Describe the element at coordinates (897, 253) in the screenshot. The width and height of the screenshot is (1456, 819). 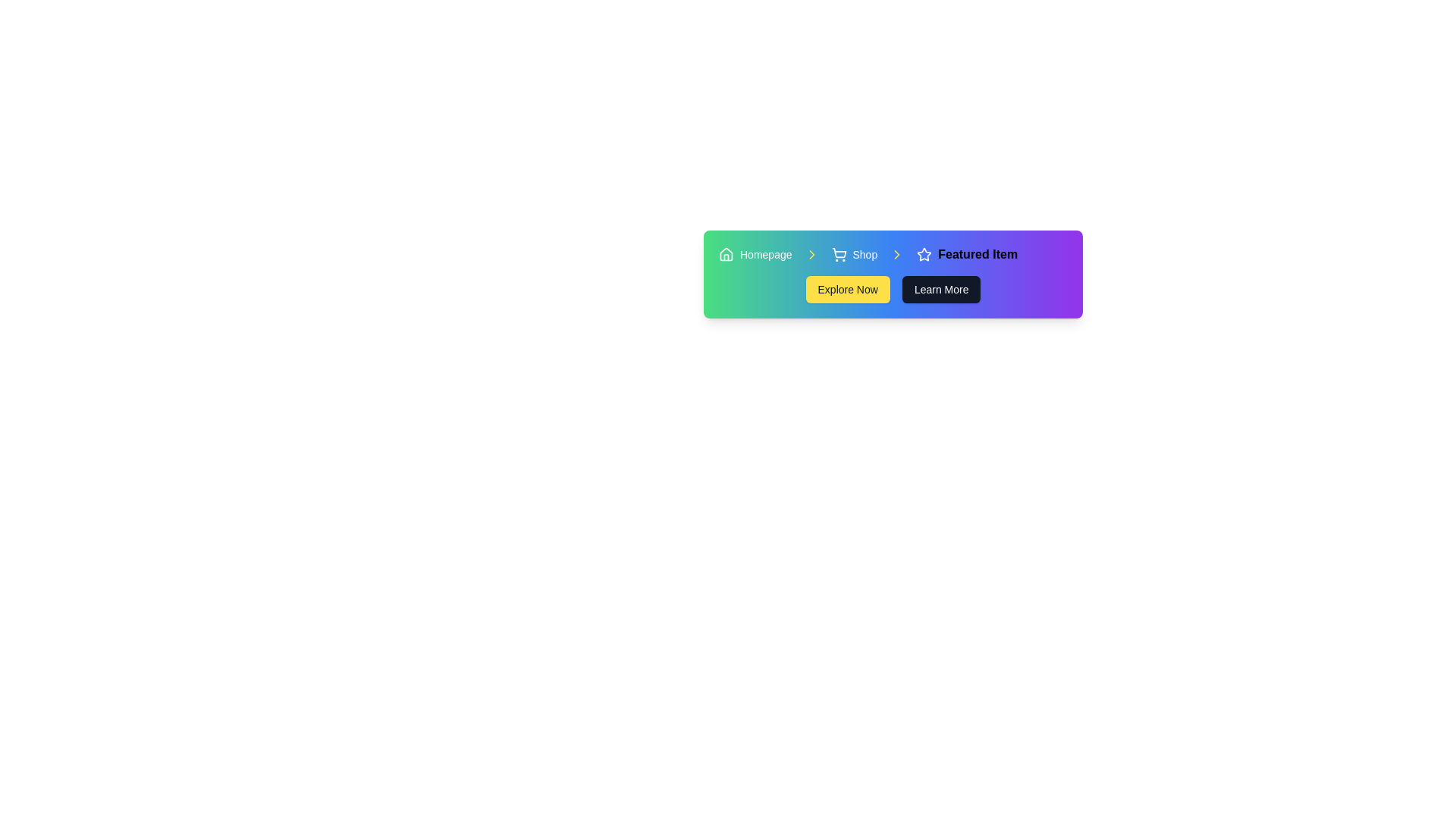
I see `the fifth icon in the breadcrumb navigation bar that serves as a separator or visual clue for navigation hierarchy` at that location.